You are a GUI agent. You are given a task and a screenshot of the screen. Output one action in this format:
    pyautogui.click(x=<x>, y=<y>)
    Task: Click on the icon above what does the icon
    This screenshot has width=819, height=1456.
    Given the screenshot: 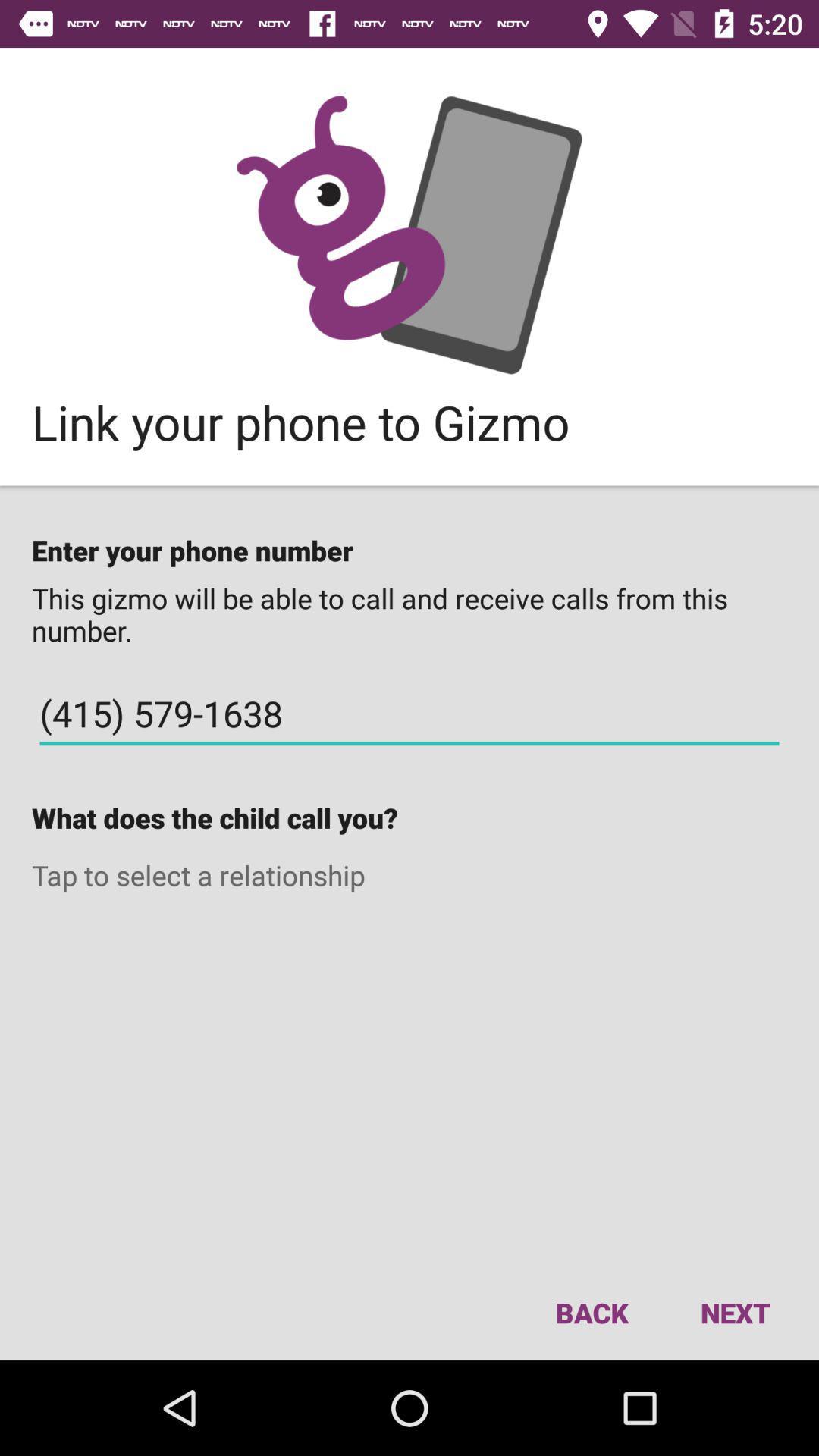 What is the action you would take?
    pyautogui.click(x=409, y=713)
    